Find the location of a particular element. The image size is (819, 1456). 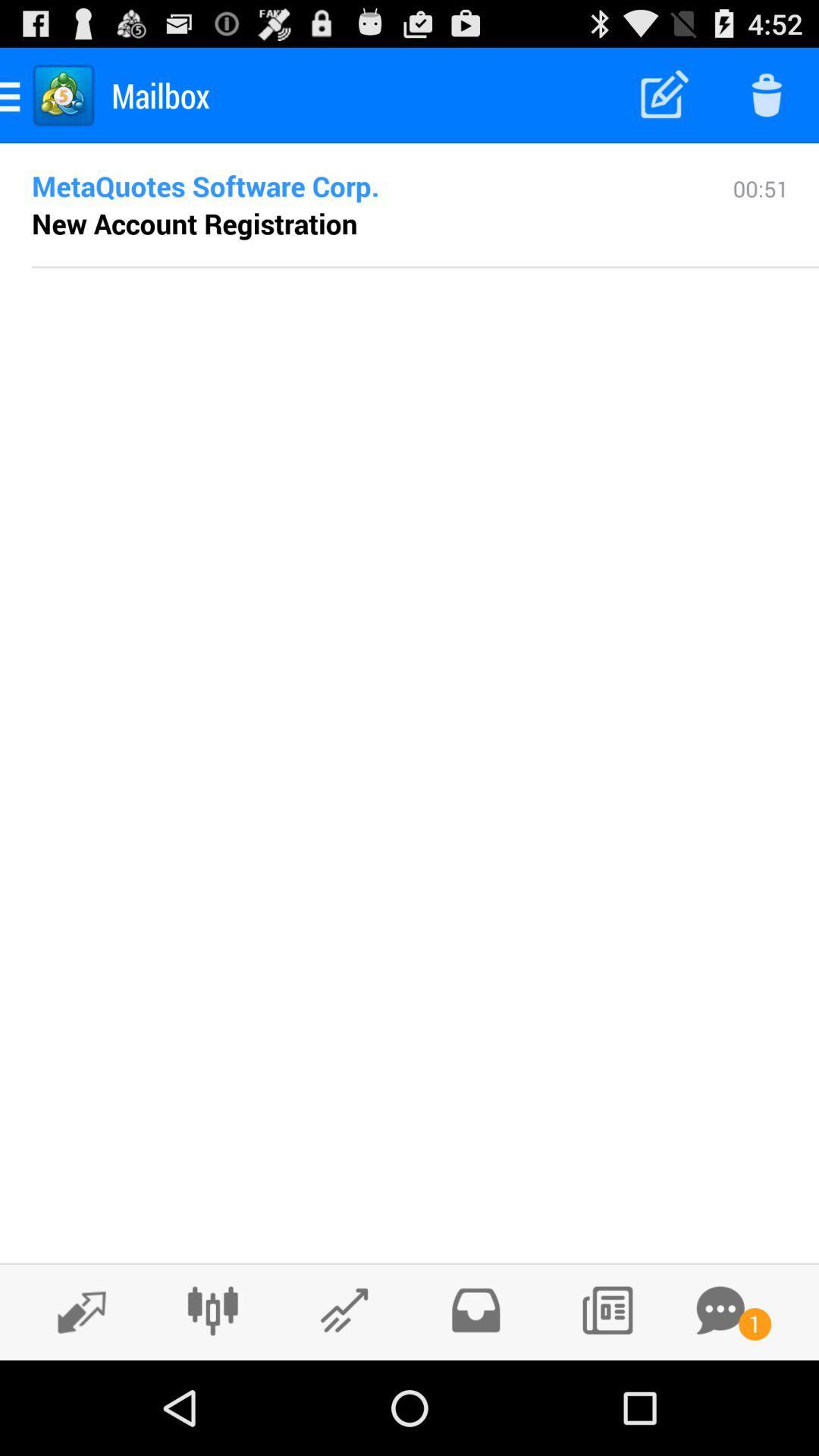

the edit icon is located at coordinates (74, 1402).